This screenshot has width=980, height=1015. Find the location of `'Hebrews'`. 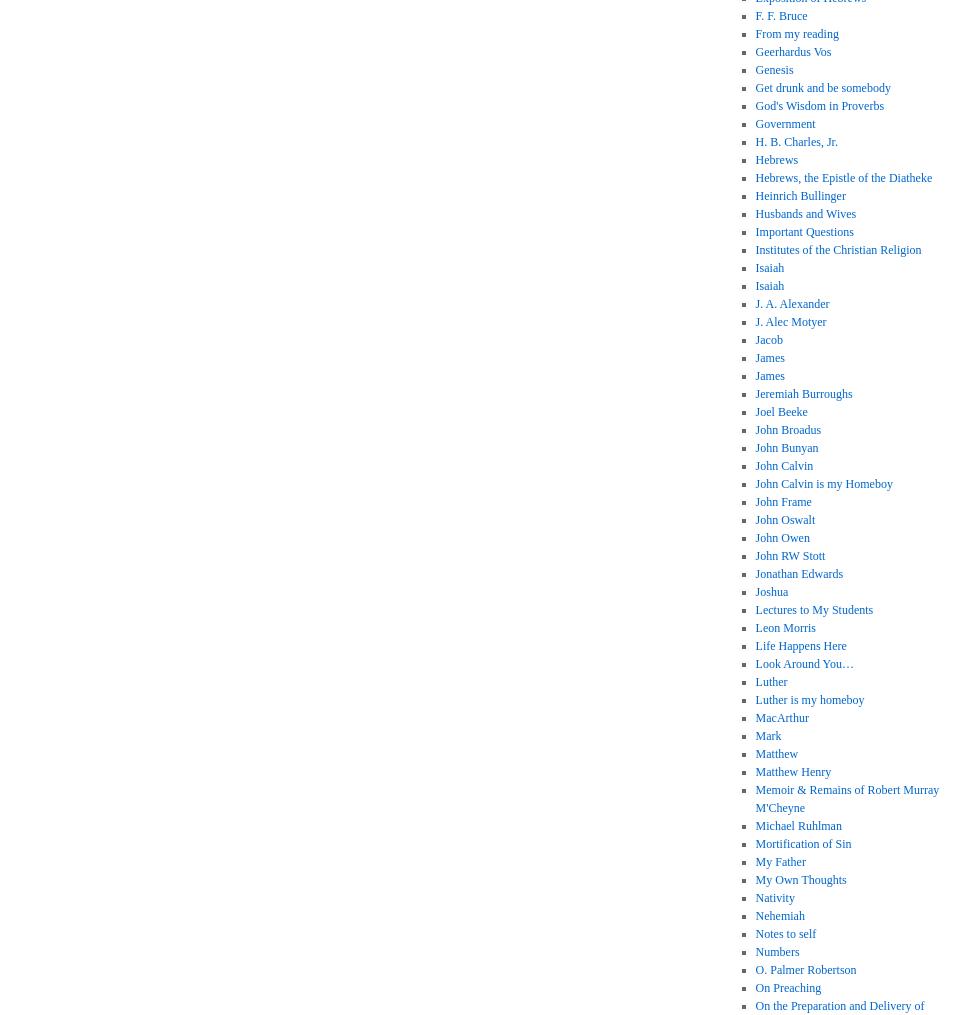

'Hebrews' is located at coordinates (776, 158).